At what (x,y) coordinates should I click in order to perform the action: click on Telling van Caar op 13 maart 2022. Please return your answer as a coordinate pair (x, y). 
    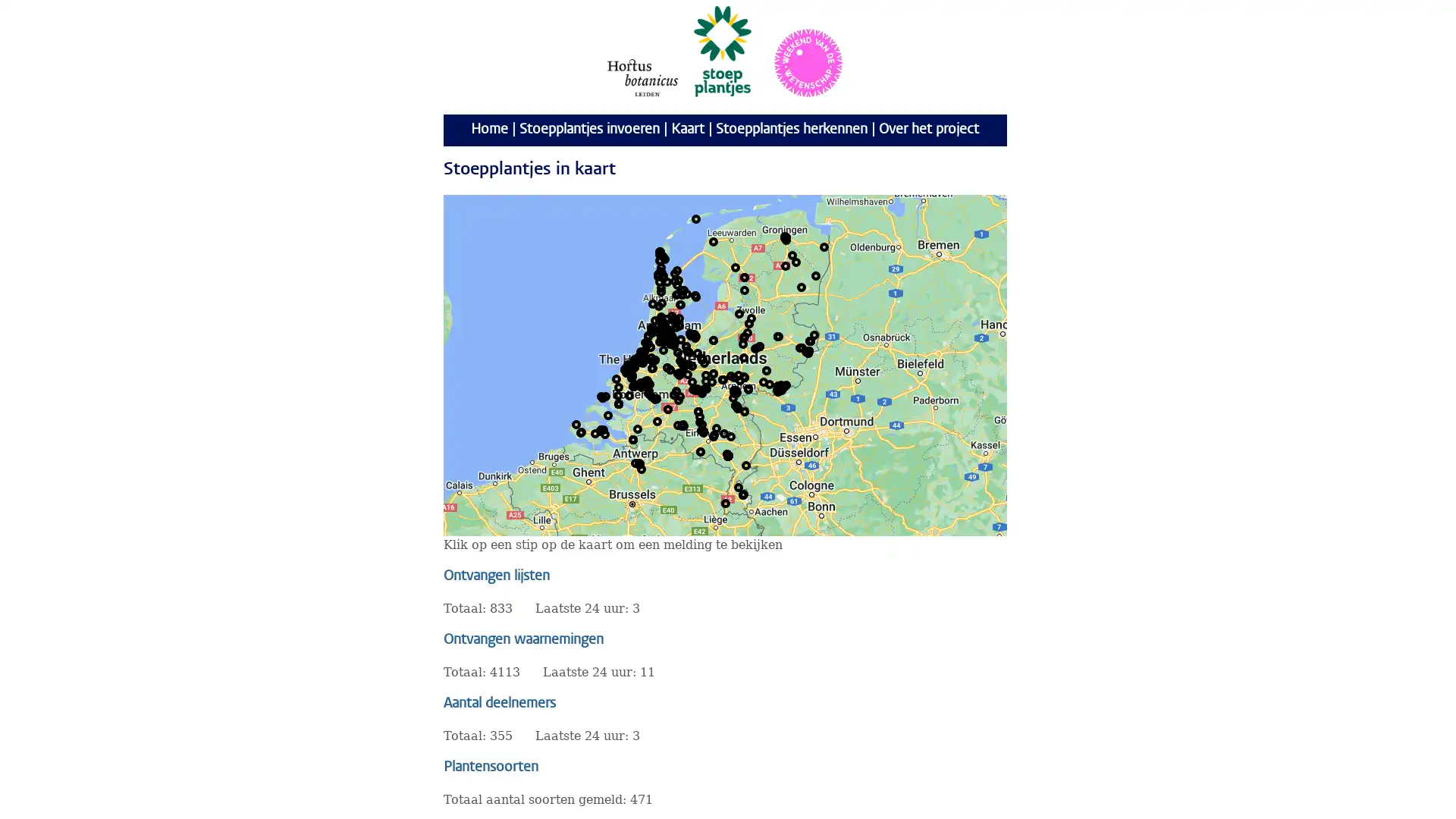
    Looking at the image, I should click on (640, 359).